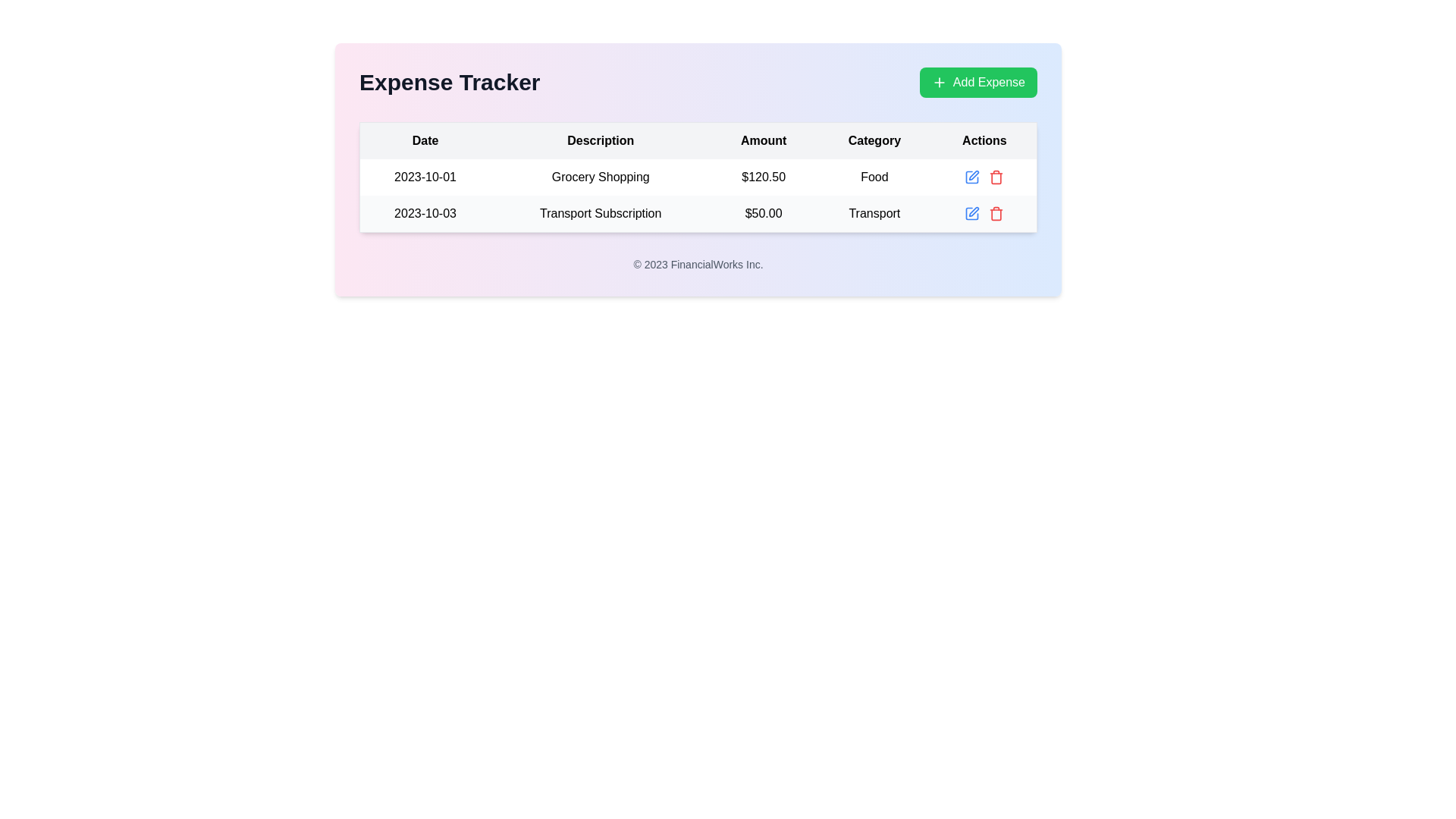 The height and width of the screenshot is (819, 1456). Describe the element at coordinates (425, 140) in the screenshot. I see `the 'Date' column header in the data table, which is the first column header and provides context for the entries listed under it` at that location.